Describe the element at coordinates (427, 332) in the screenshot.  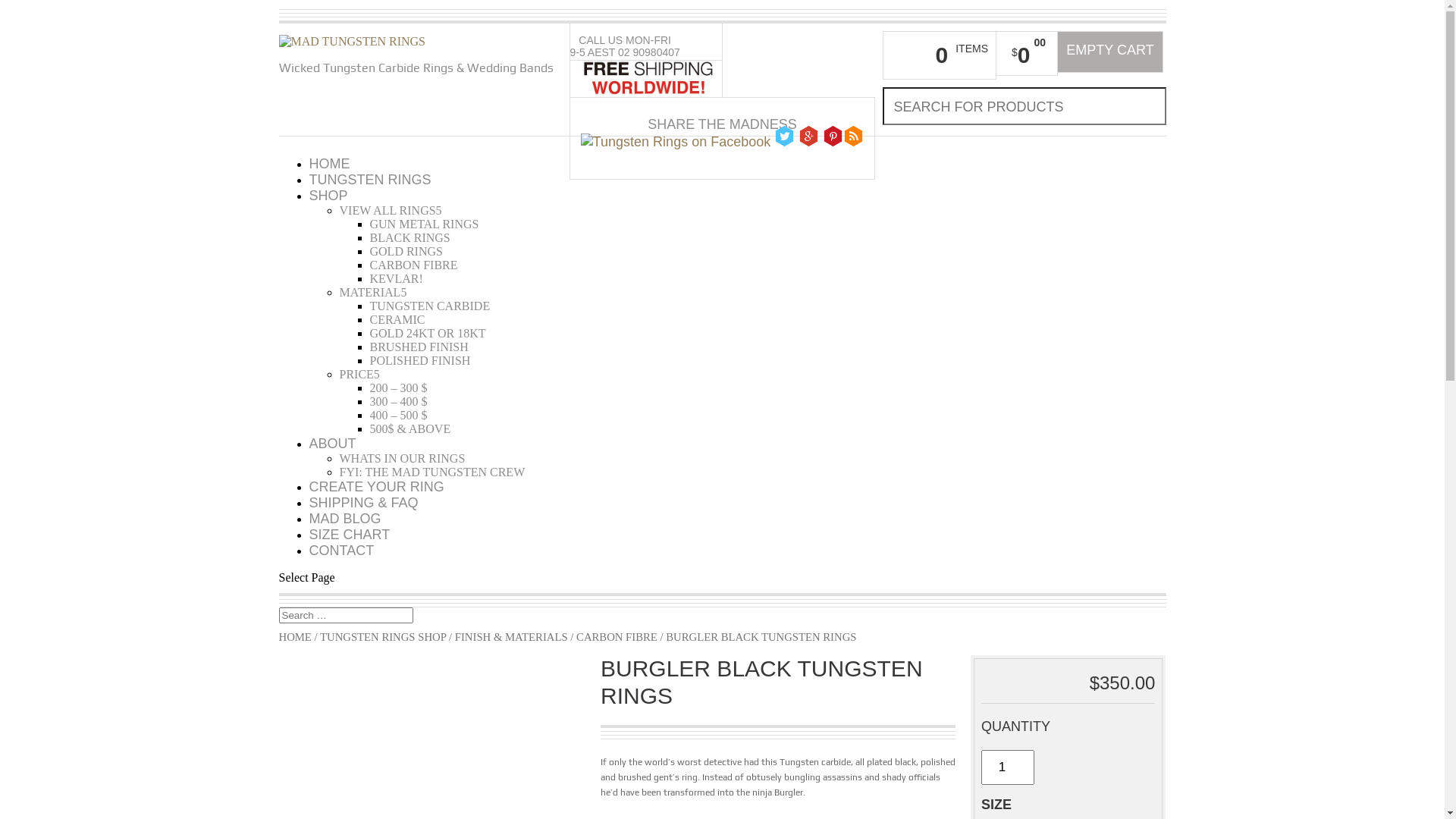
I see `'GOLD 24KT OR 18KT'` at that location.